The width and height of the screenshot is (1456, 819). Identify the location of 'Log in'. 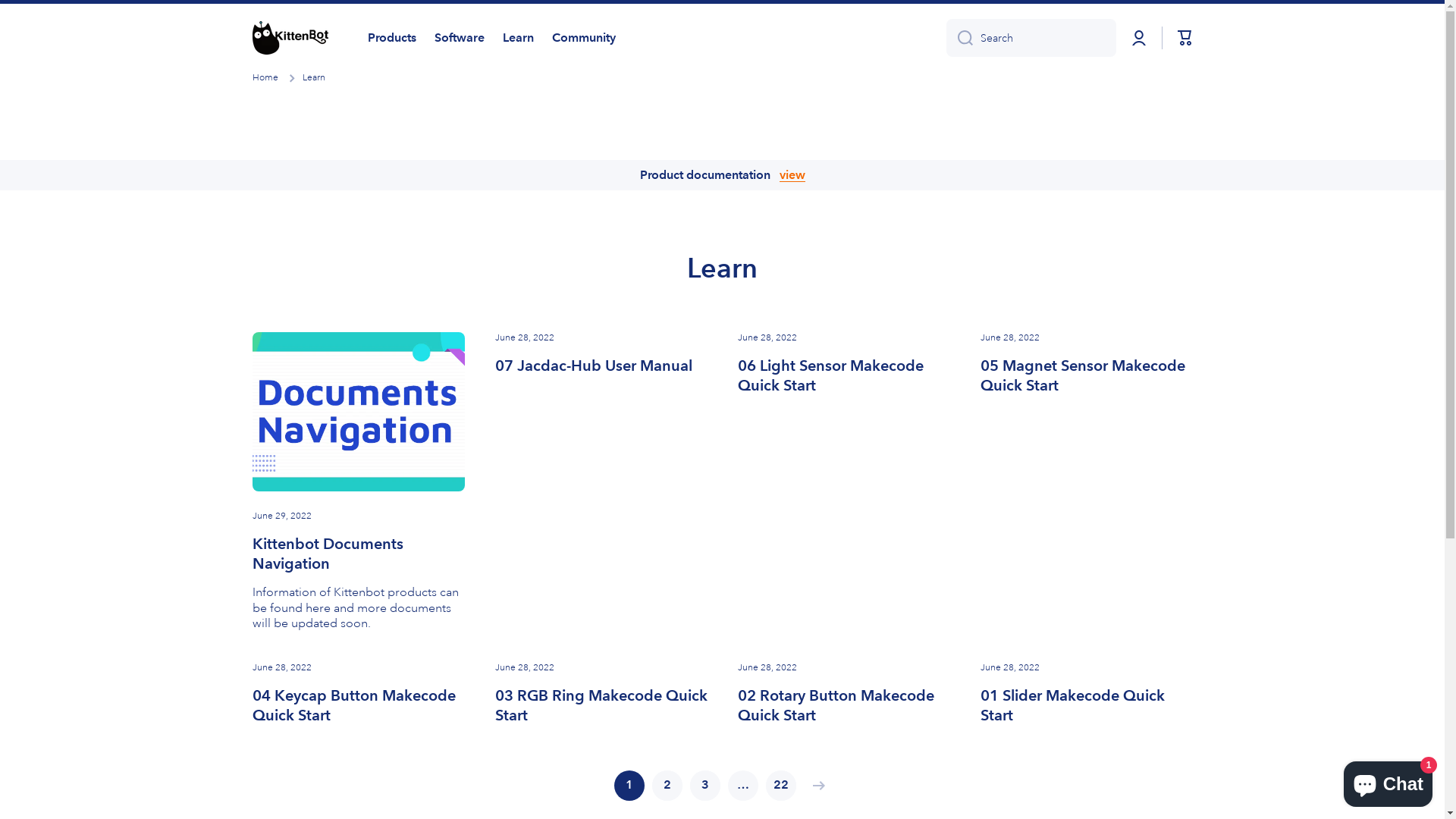
(1139, 37).